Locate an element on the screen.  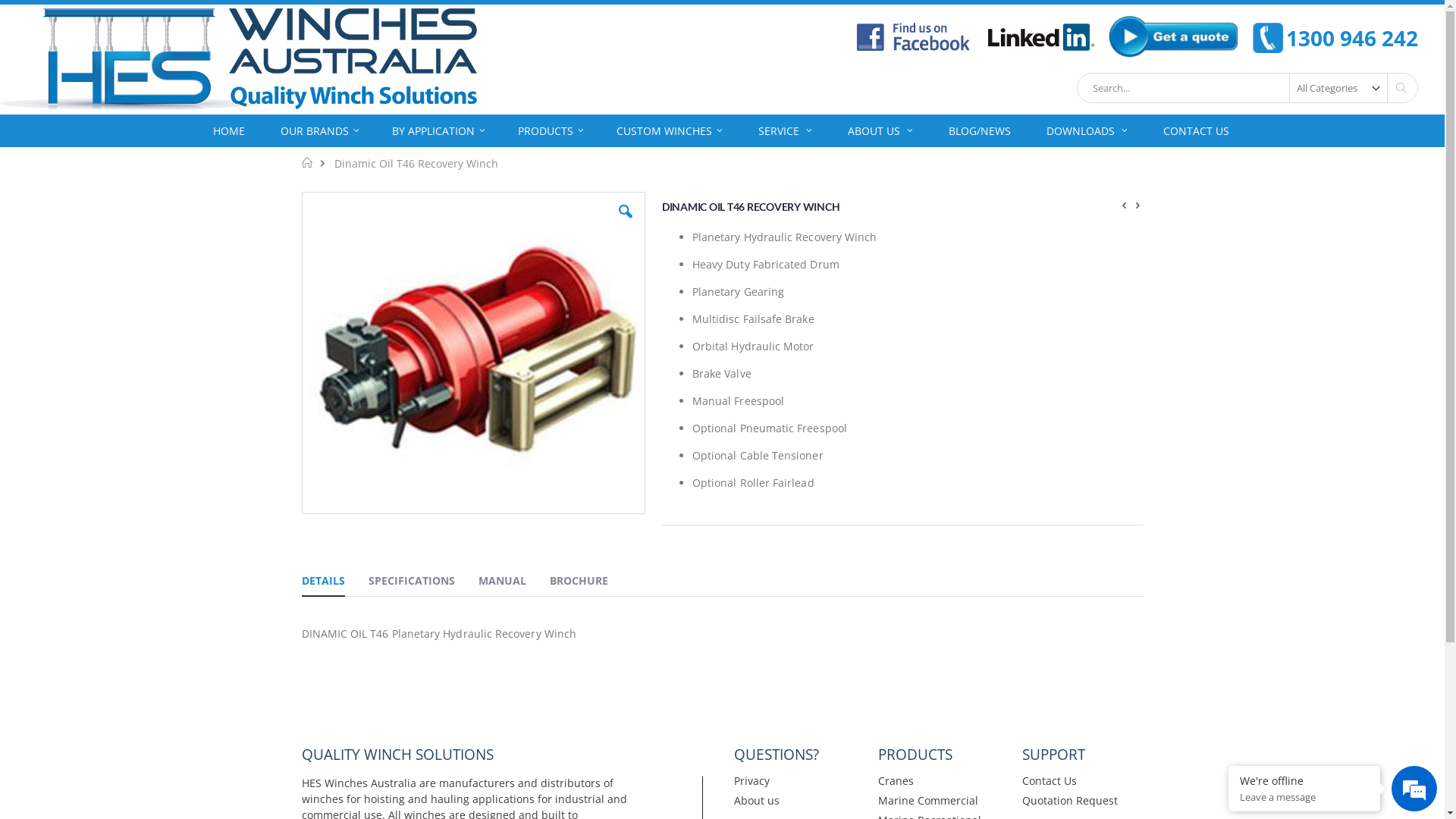
'Next Product' is located at coordinates (1138, 203).